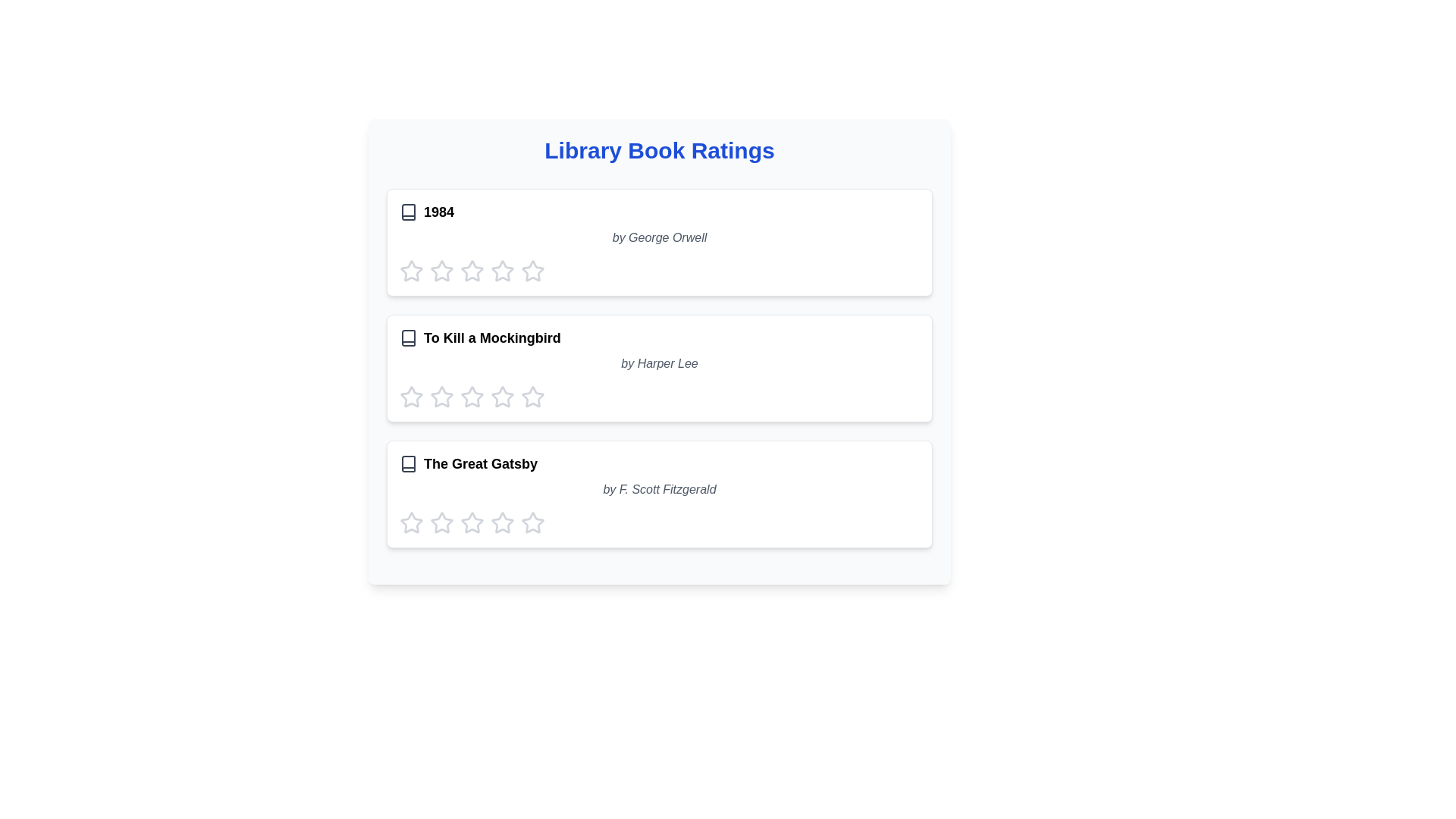 This screenshot has width=1456, height=819. I want to click on the fifth star rating button for 'To Kill a Mockingbird' to observe its animation, so click(532, 397).